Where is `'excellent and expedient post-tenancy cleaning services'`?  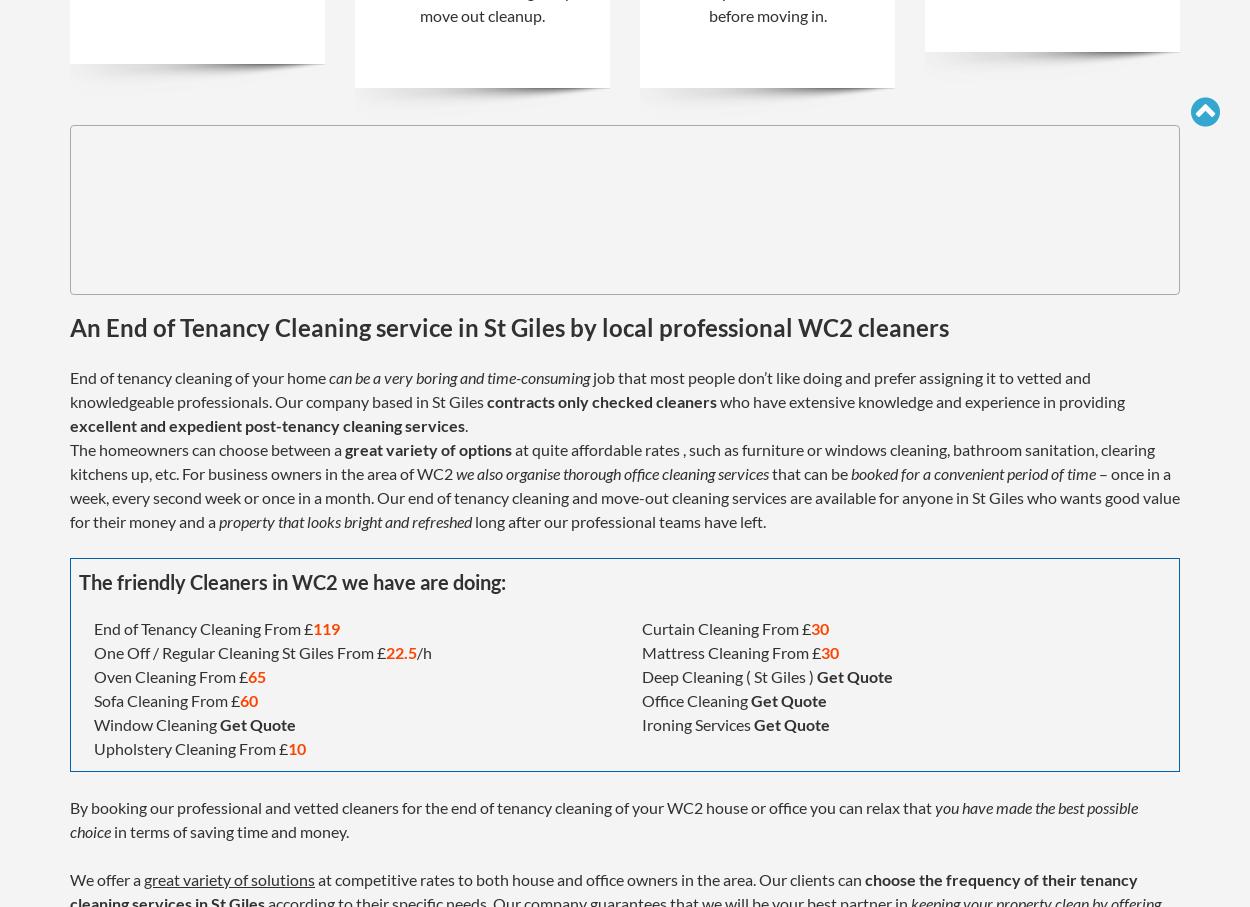 'excellent and expedient post-tenancy cleaning services' is located at coordinates (69, 423).